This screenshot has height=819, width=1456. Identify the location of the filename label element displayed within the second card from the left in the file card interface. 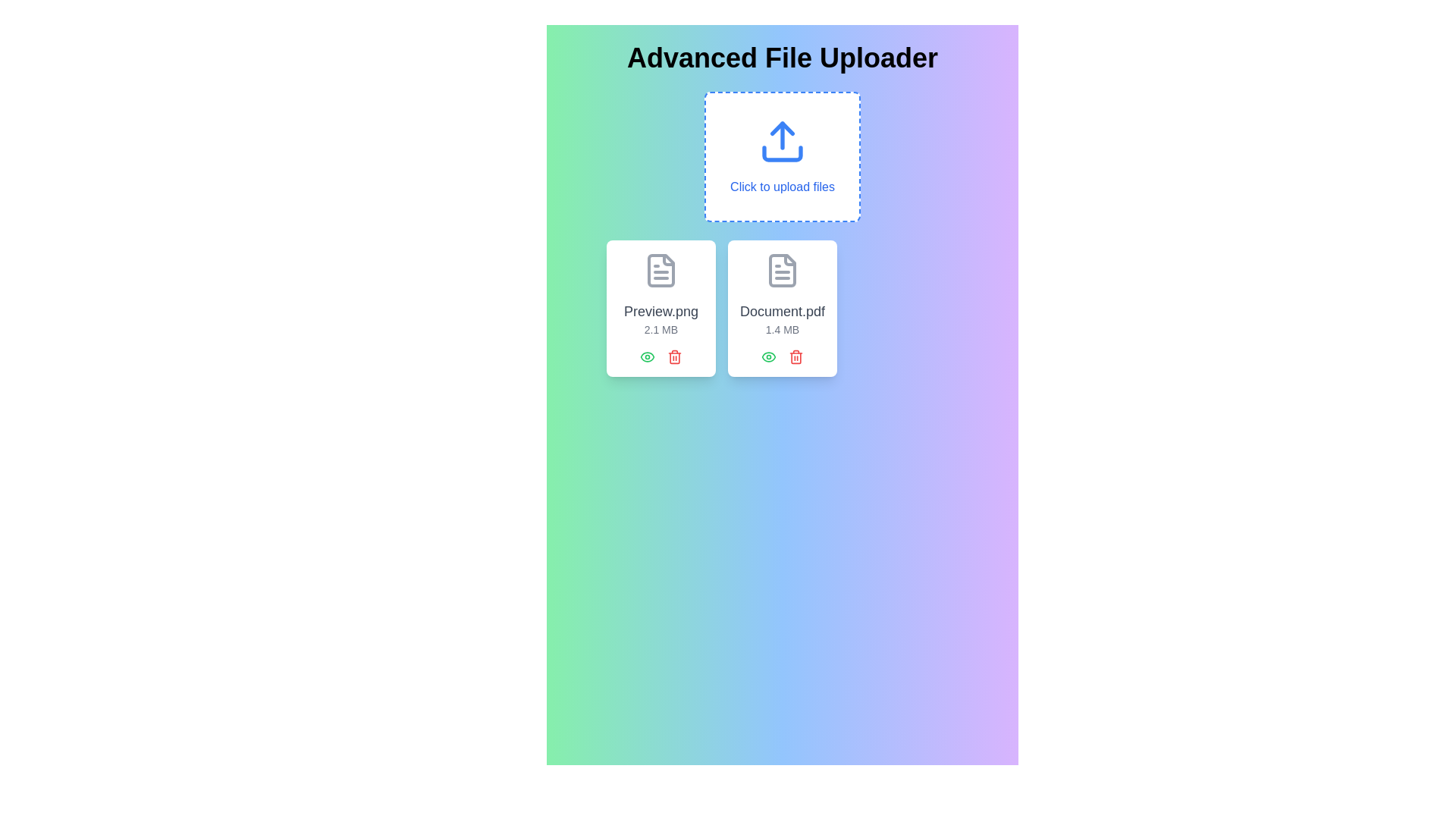
(783, 311).